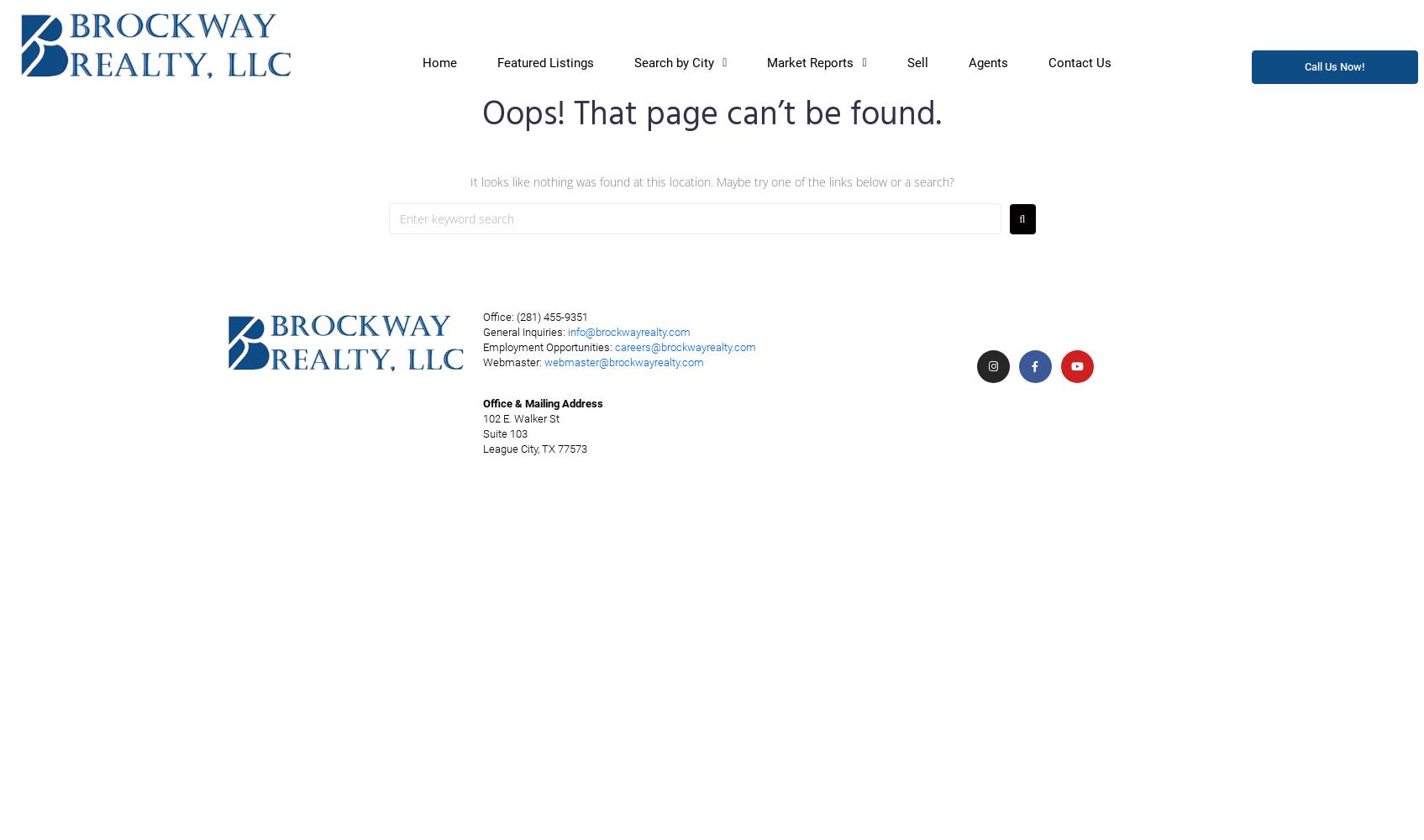  Describe the element at coordinates (674, 61) in the screenshot. I see `'Search by City'` at that location.